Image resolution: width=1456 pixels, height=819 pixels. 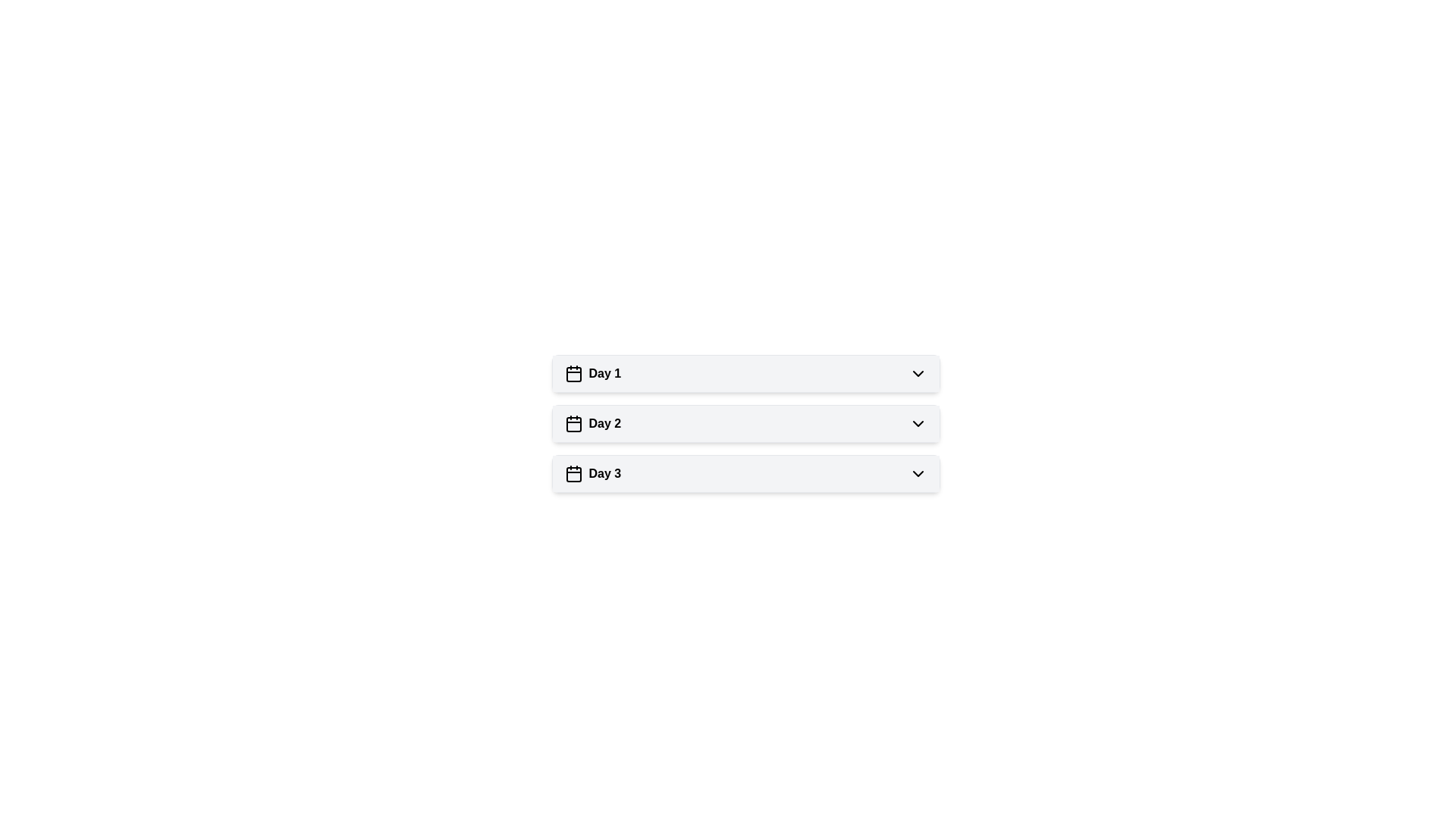 I want to click on the selectable list item labeled 'Day 2', so click(x=745, y=424).